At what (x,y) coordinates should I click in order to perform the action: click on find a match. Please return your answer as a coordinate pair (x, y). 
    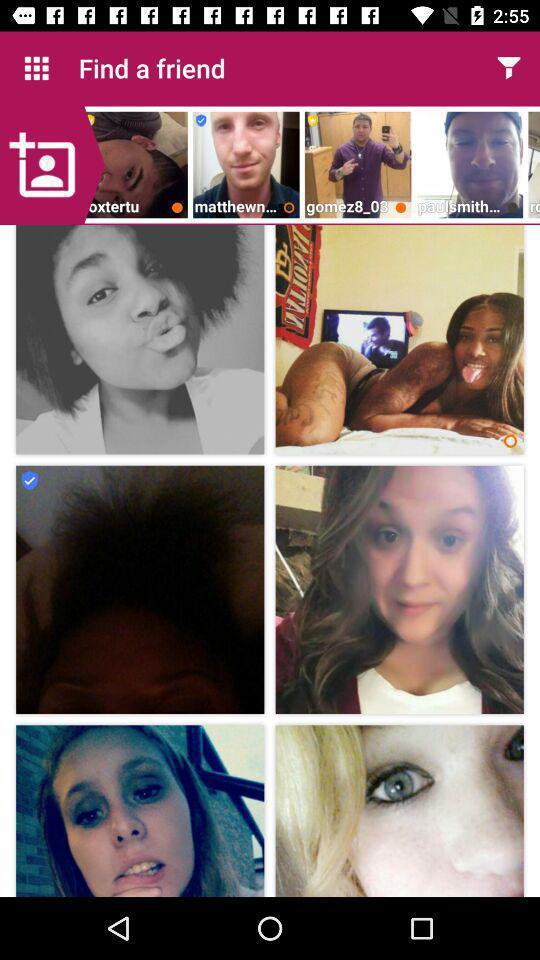
    Looking at the image, I should click on (508, 68).